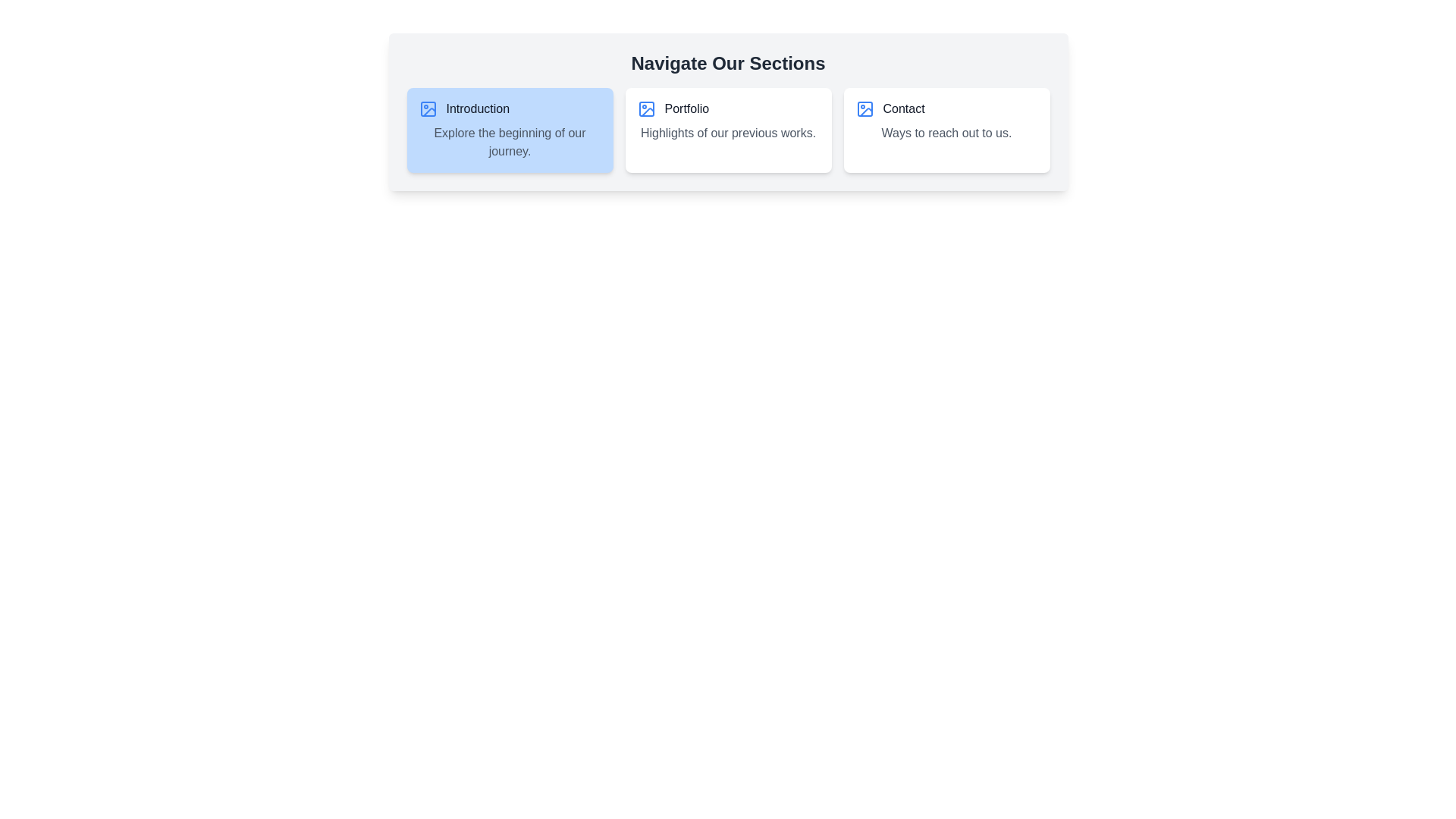  What do you see at coordinates (686, 108) in the screenshot?
I see `the text label representing the 'Portfolio' section, located in the center section of the navigation bar, between the 'Introduction' and 'Contact' cards` at bounding box center [686, 108].